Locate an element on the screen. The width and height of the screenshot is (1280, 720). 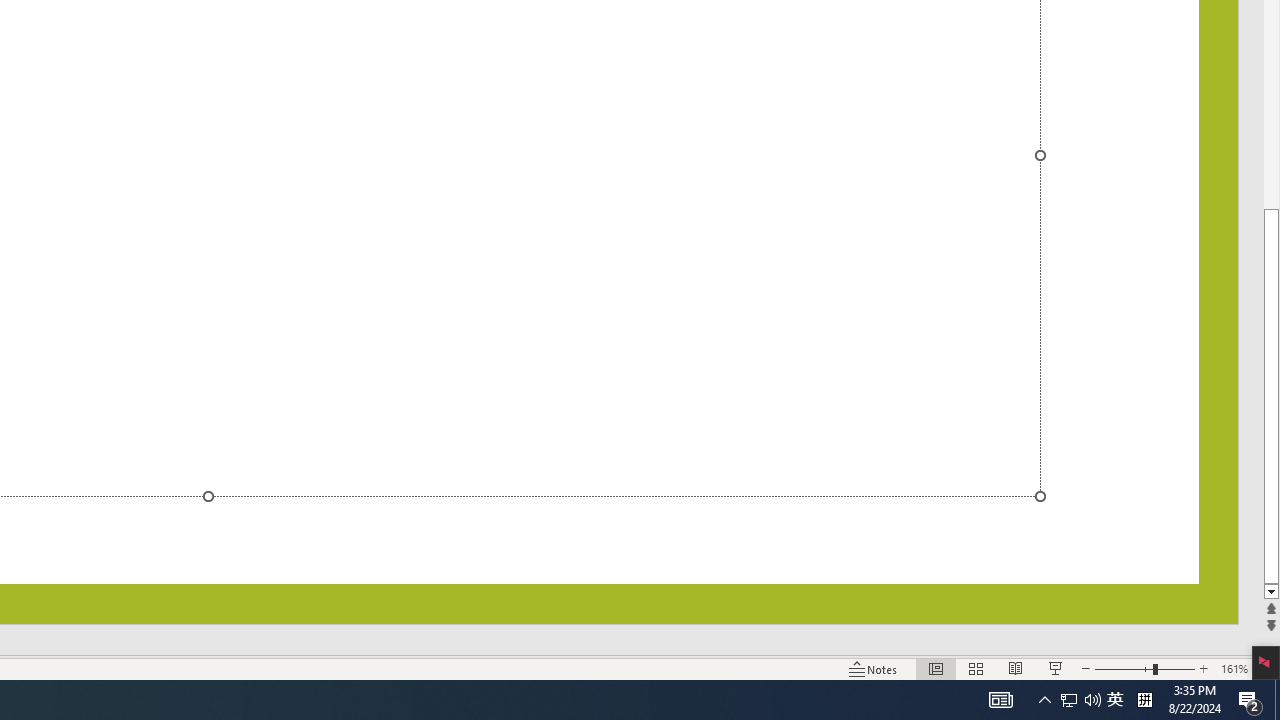
'Zoom 161%' is located at coordinates (1233, 669).